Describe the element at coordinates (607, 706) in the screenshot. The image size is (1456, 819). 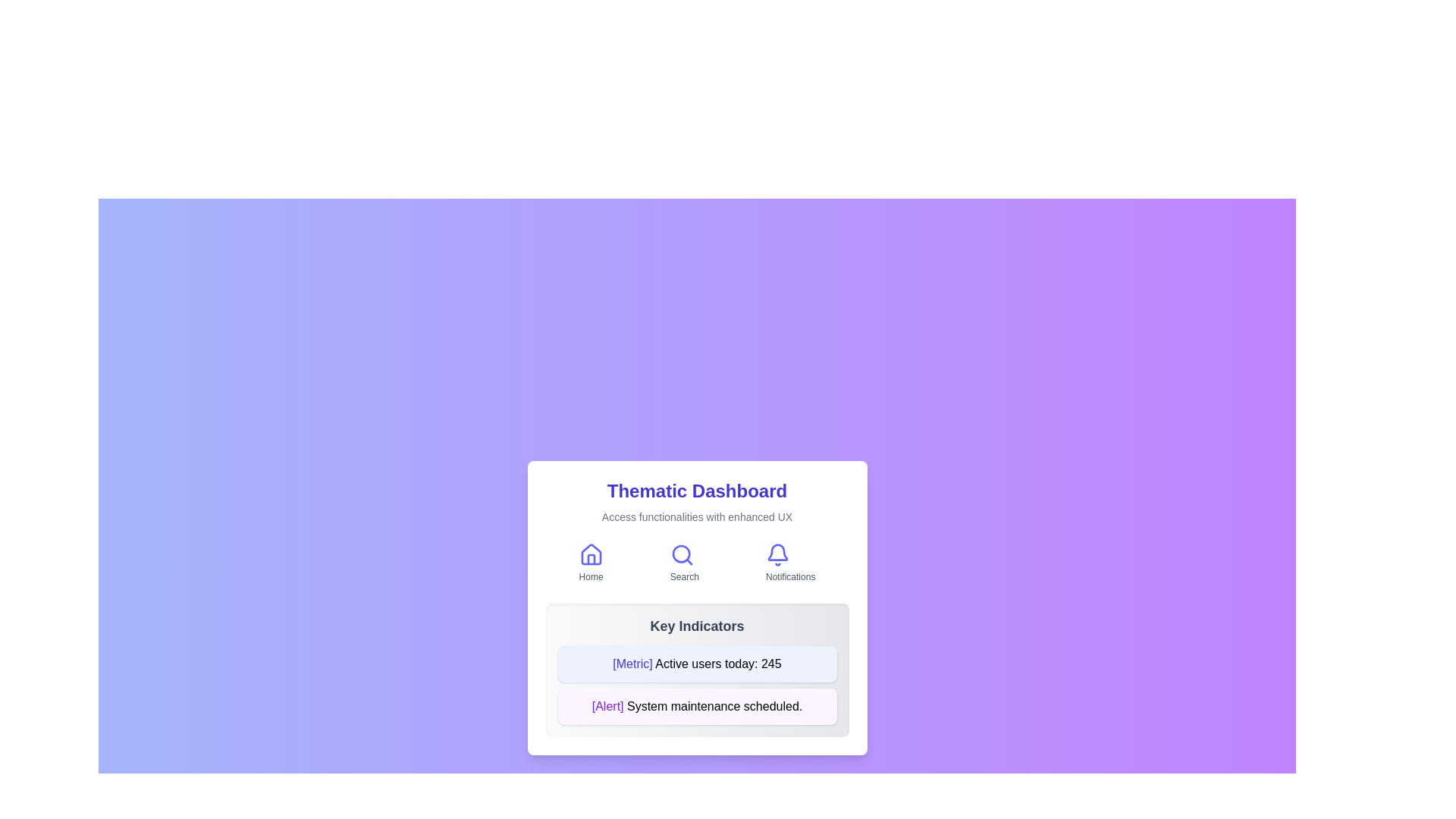
I see `message from the '[Alert]' text indicator, which is styled in purple and located at the beginning of a notification message inside a light purple rounded box near the bottom of the dashboard interface` at that location.